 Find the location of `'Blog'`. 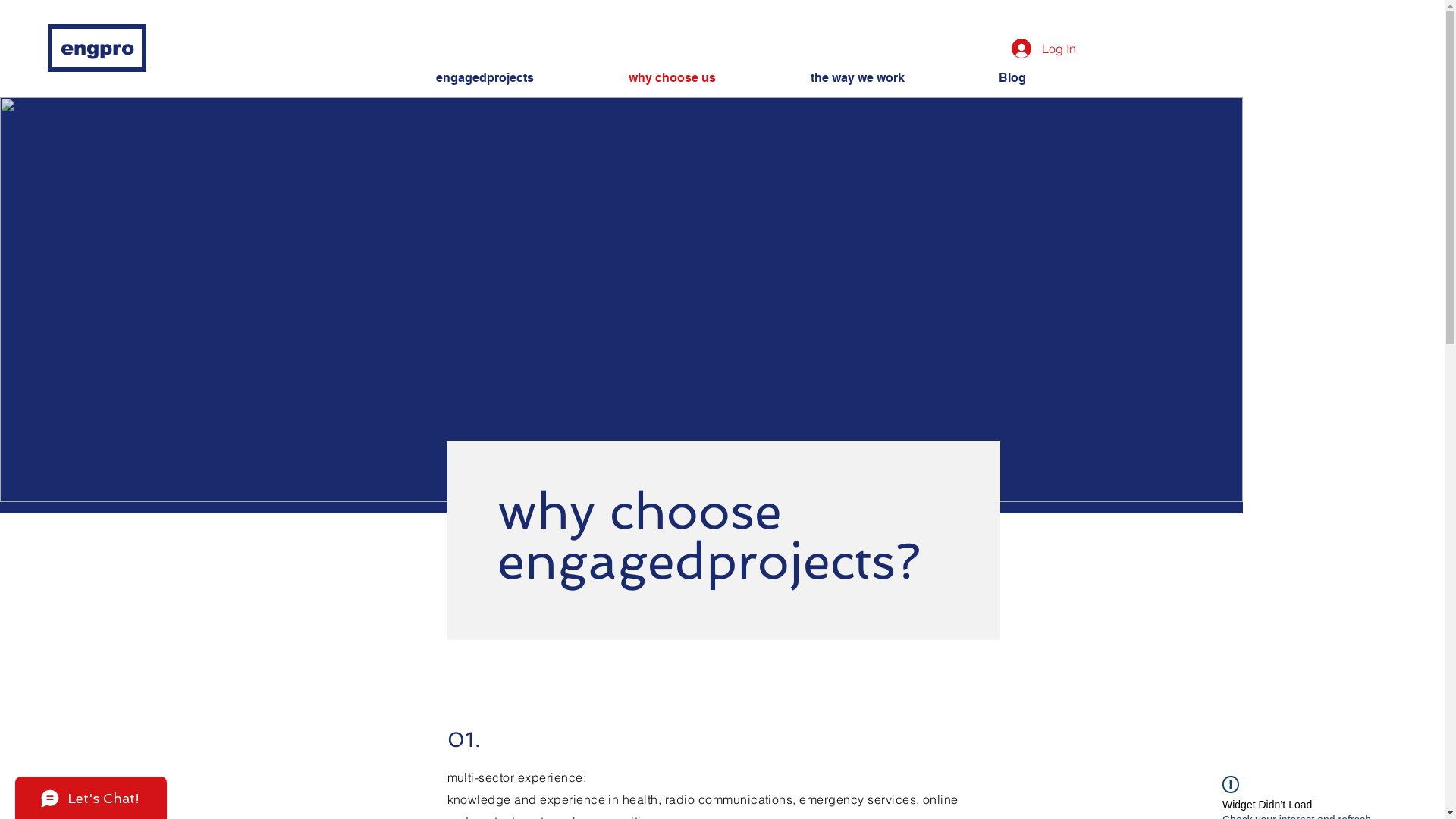

'Blog' is located at coordinates (1047, 78).